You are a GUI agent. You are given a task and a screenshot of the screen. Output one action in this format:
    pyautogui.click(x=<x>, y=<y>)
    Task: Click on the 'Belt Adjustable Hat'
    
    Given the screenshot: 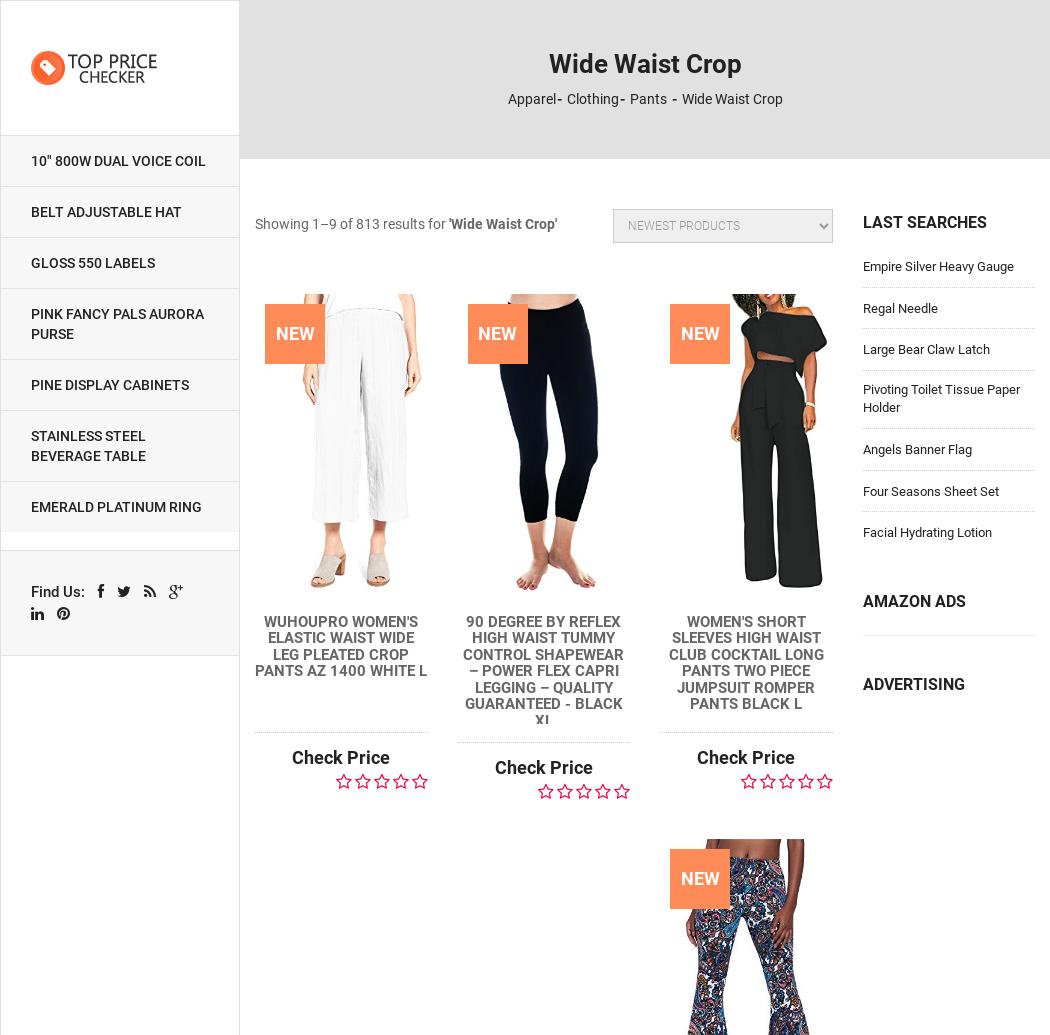 What is the action you would take?
    pyautogui.click(x=106, y=211)
    